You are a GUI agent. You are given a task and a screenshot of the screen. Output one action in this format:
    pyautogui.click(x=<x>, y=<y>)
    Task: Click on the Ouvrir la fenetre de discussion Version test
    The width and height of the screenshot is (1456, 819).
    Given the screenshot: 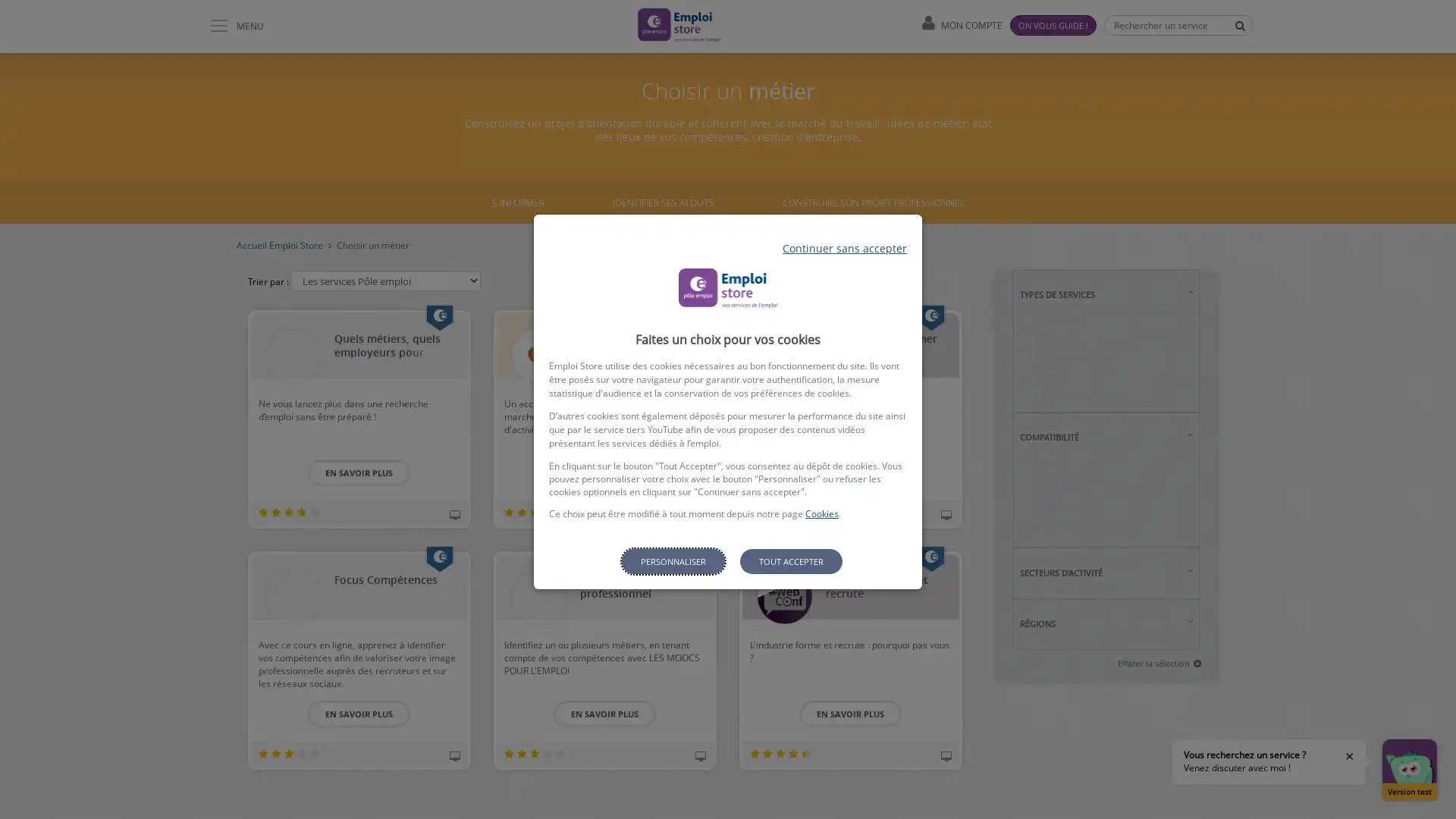 What is the action you would take?
    pyautogui.click(x=1408, y=769)
    